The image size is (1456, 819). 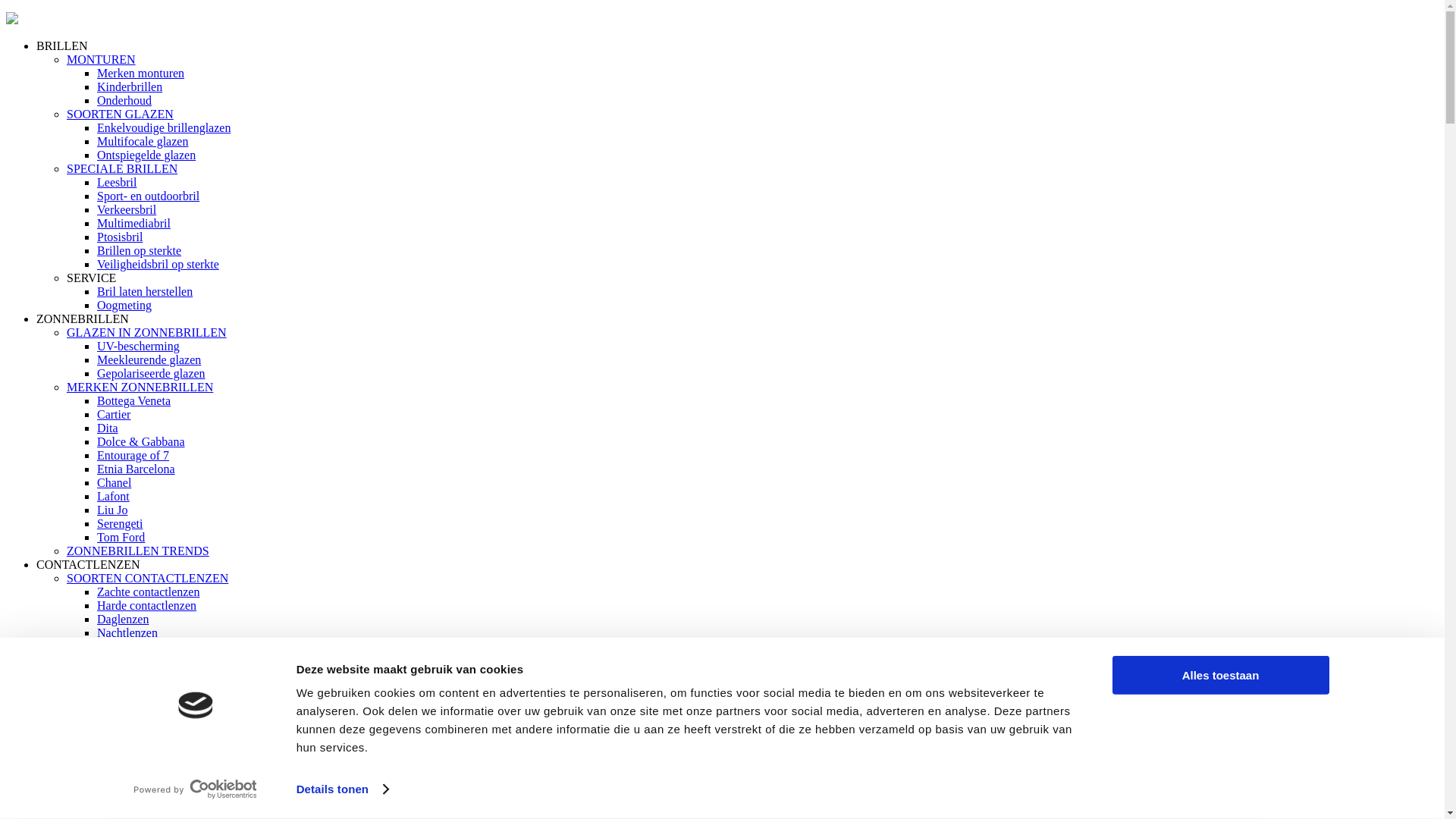 What do you see at coordinates (95, 795) in the screenshot?
I see `'DIENSTEN'` at bounding box center [95, 795].